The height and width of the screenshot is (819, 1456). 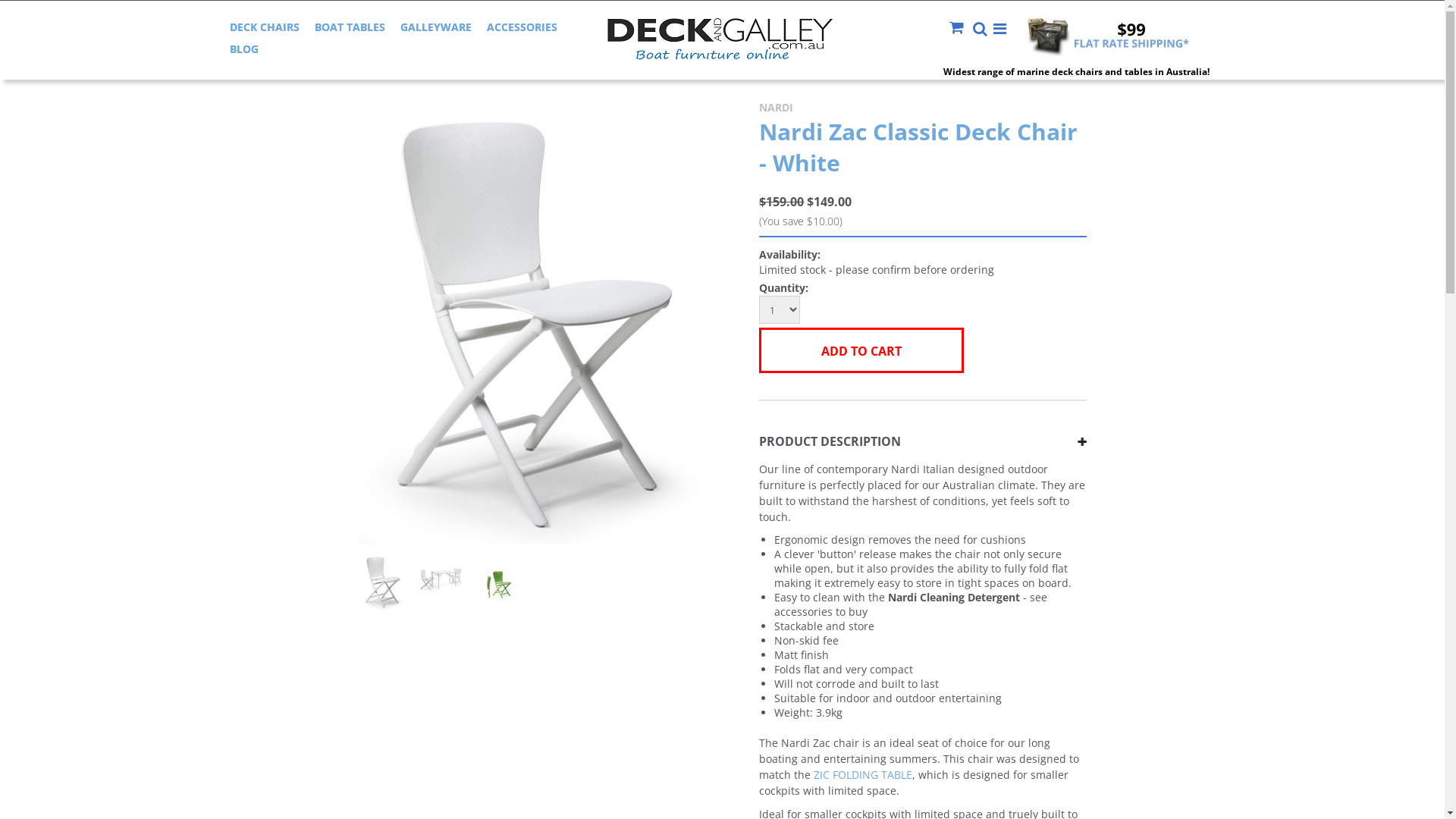 What do you see at coordinates (403, 71) in the screenshot?
I see `'Deck Chairs'` at bounding box center [403, 71].